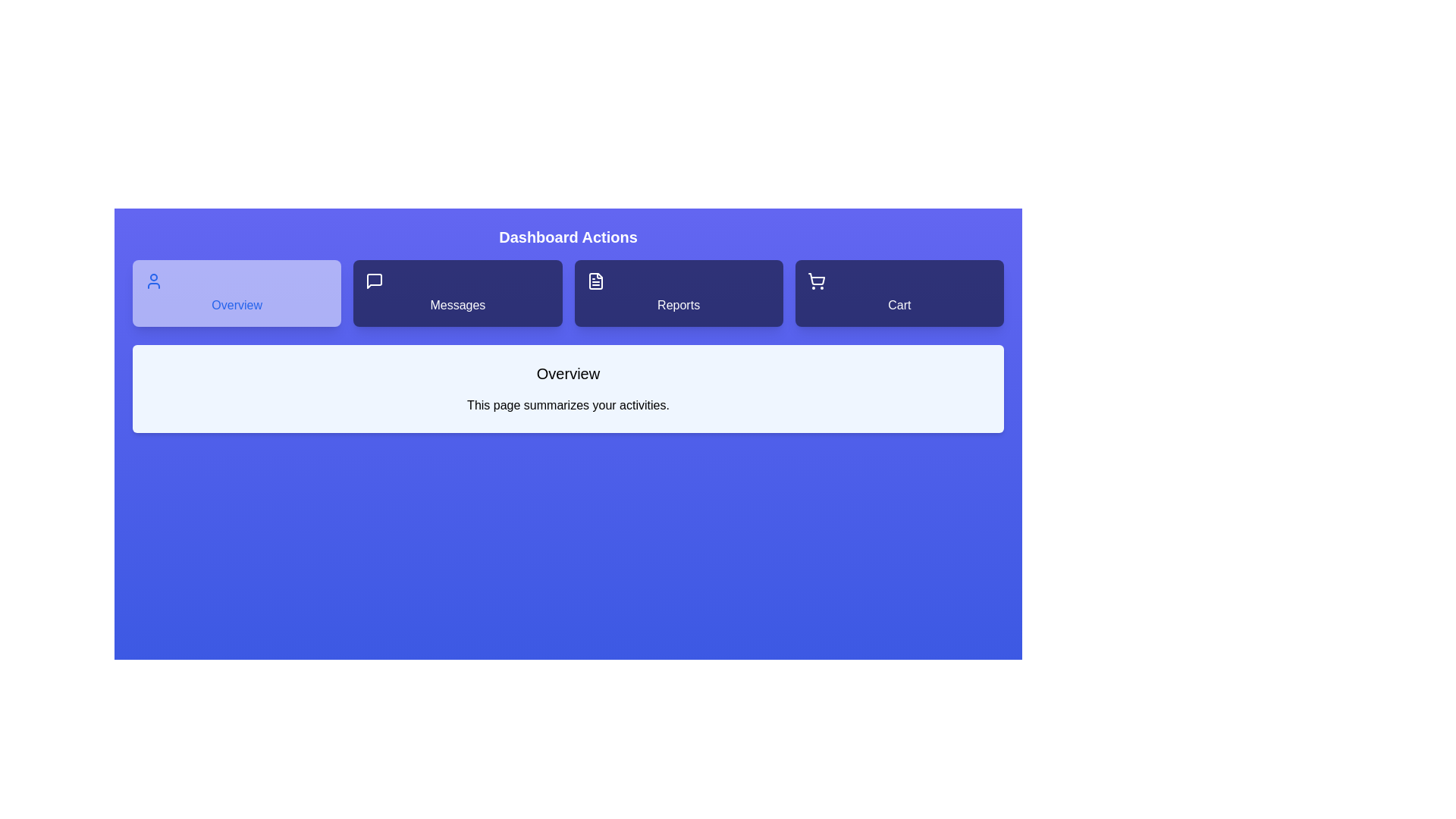  What do you see at coordinates (457, 293) in the screenshot?
I see `the tab labeled Messages to observe its hover effect` at bounding box center [457, 293].